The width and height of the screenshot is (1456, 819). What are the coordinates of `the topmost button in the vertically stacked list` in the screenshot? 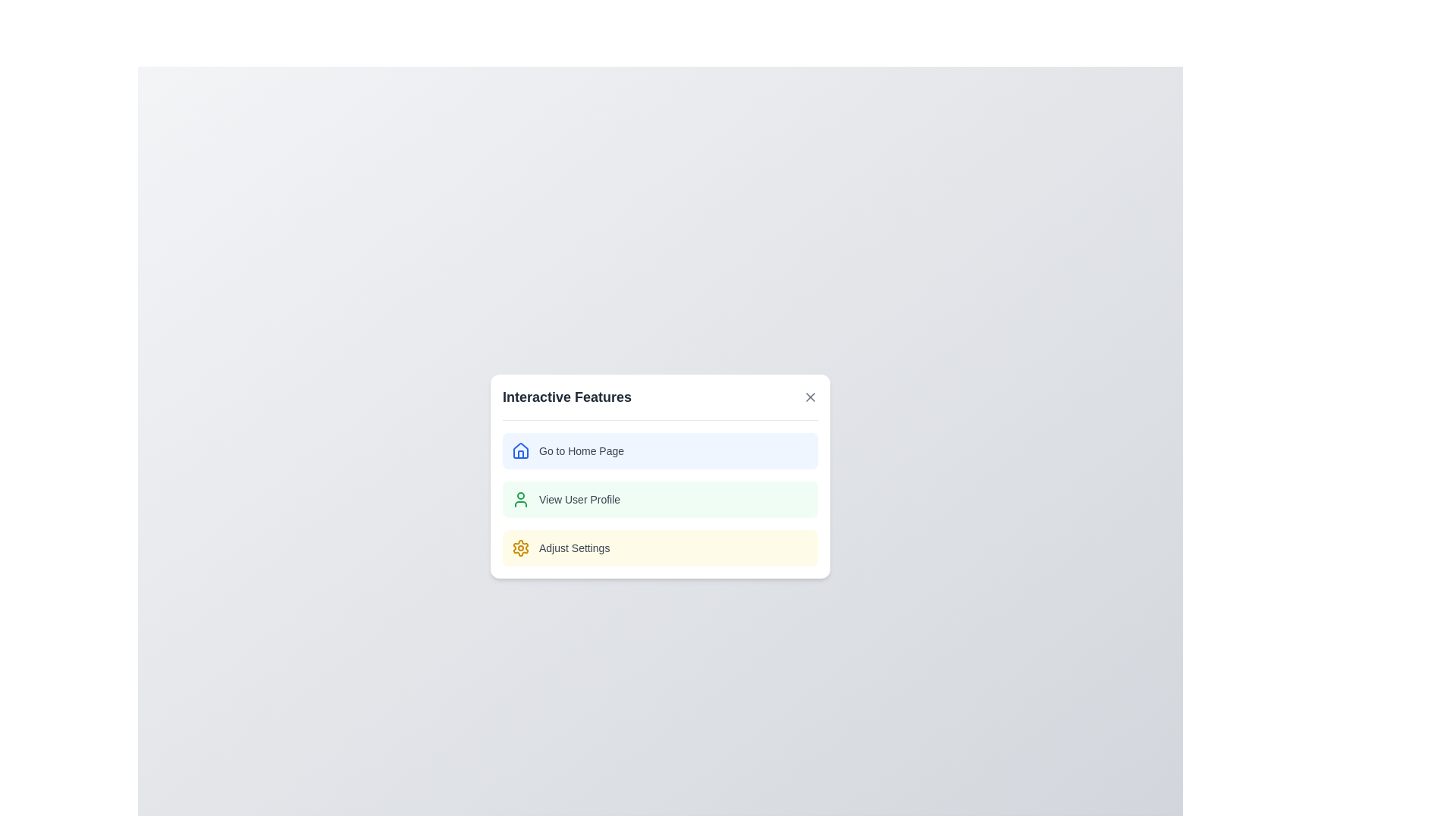 It's located at (660, 450).